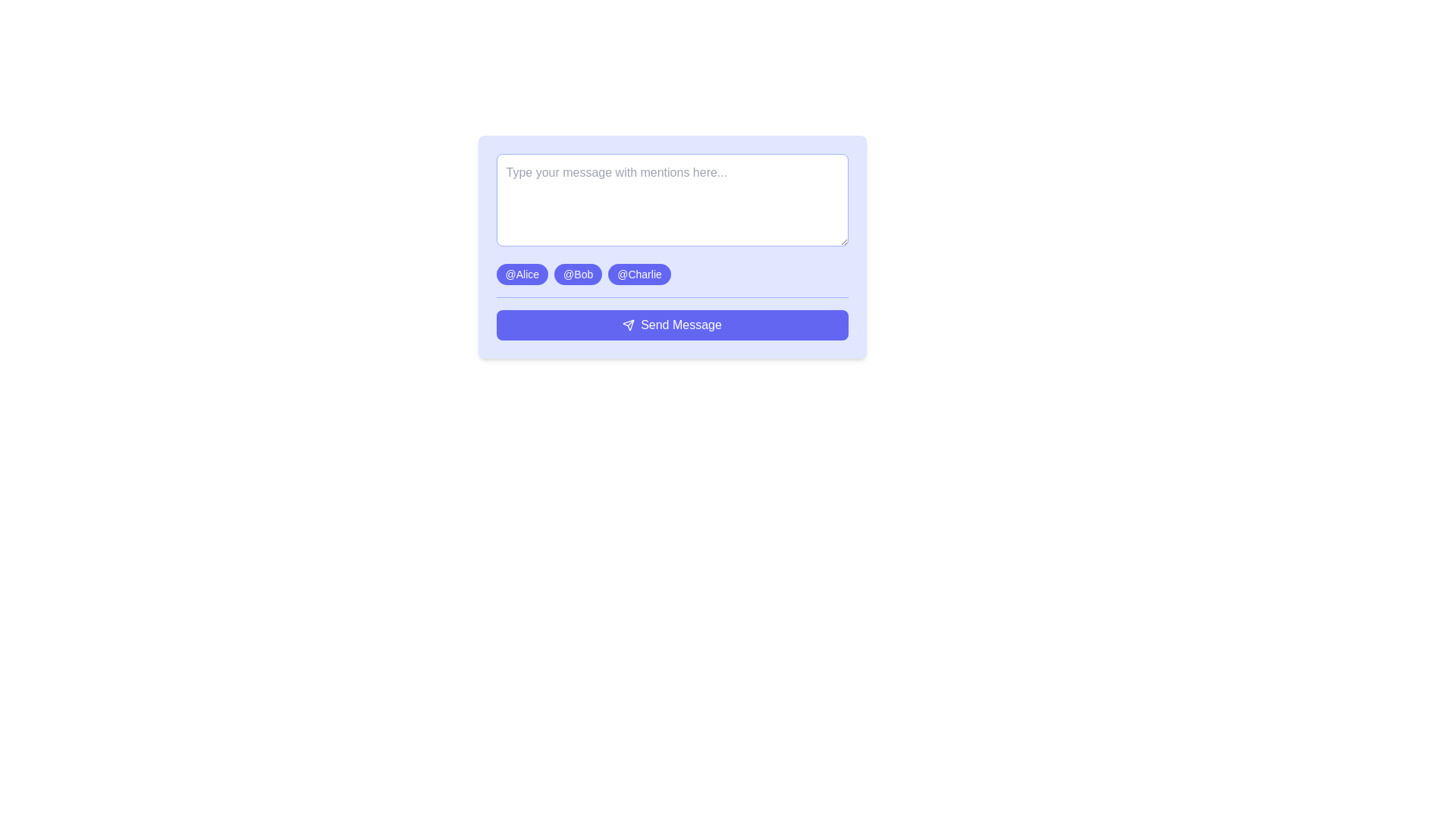 The image size is (1456, 819). What do you see at coordinates (671, 246) in the screenshot?
I see `the buttons within the messaging interface to tag users, located in the light blue section of the composite widget` at bounding box center [671, 246].